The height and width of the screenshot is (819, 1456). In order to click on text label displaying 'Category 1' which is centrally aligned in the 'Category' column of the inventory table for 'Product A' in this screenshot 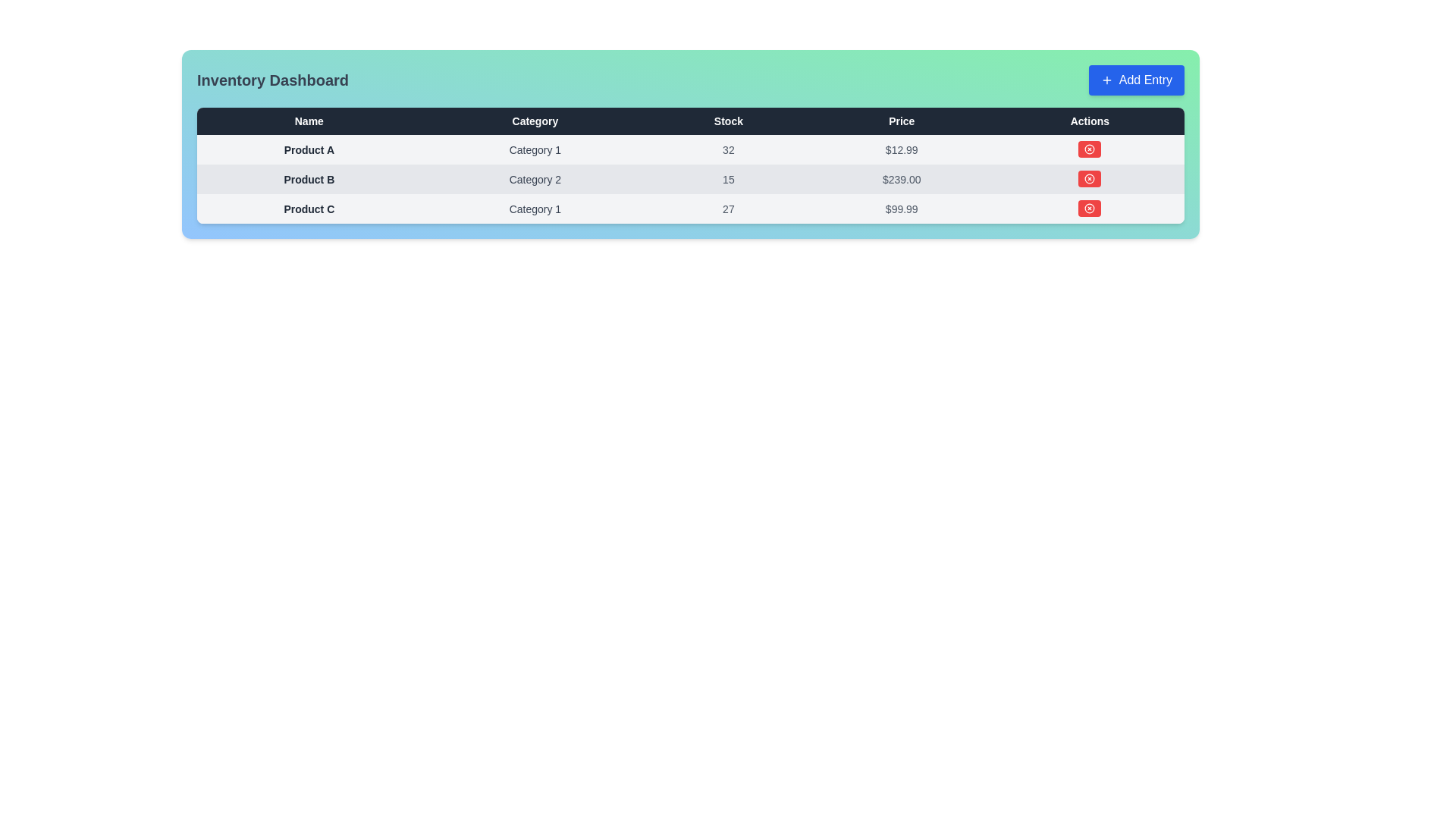, I will do `click(535, 149)`.